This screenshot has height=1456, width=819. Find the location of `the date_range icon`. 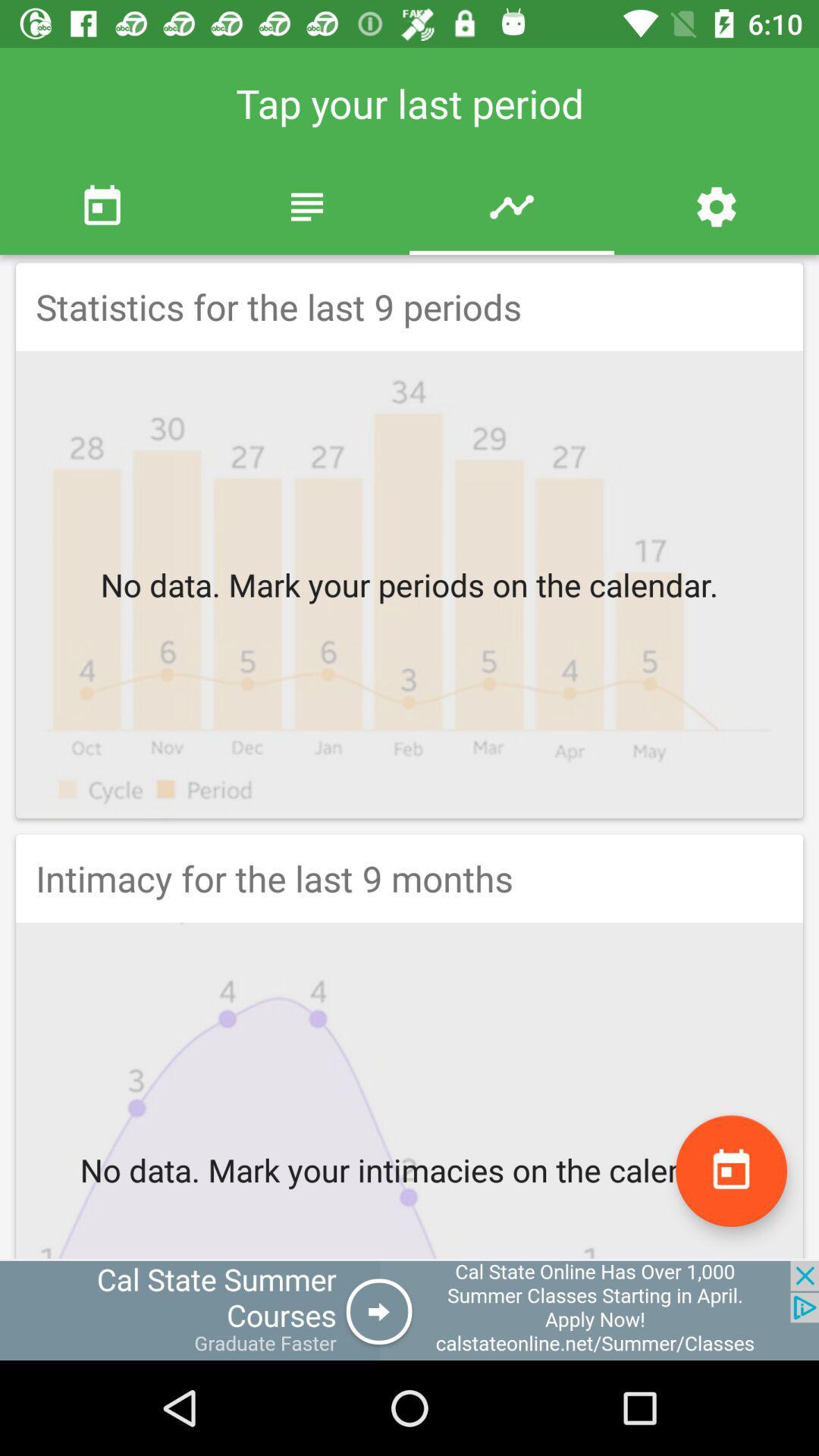

the date_range icon is located at coordinates (730, 1170).